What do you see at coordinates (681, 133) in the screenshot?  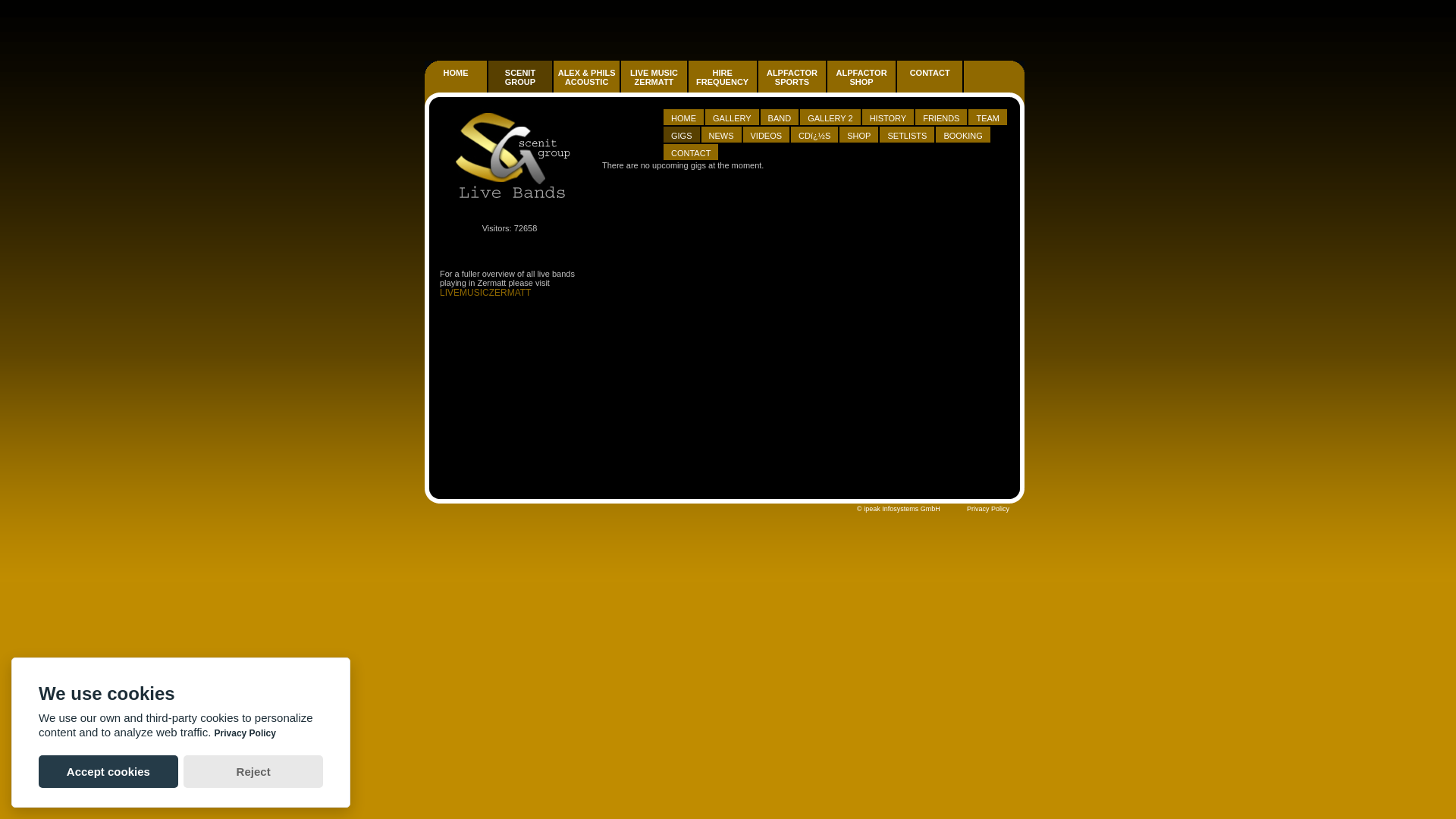 I see `'GIGS'` at bounding box center [681, 133].